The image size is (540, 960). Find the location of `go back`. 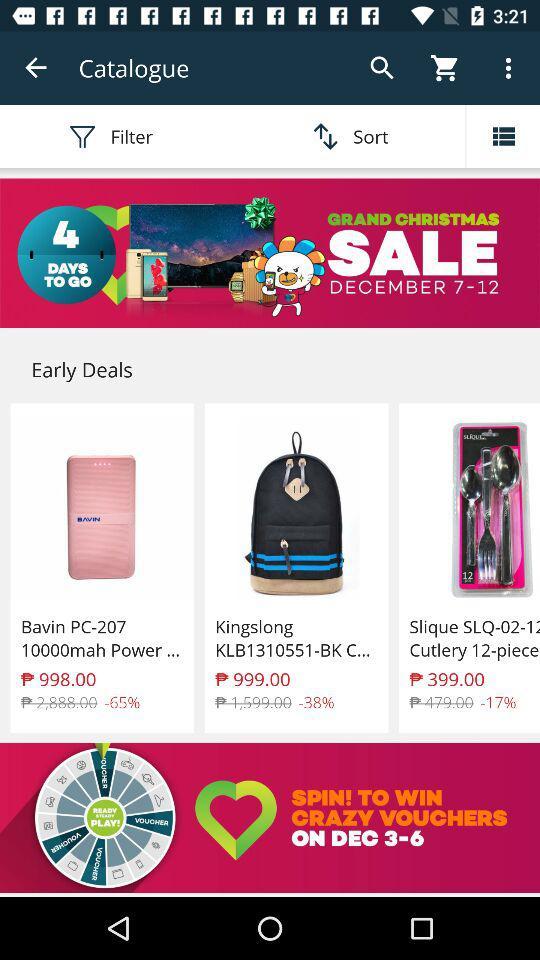

go back is located at coordinates (36, 68).